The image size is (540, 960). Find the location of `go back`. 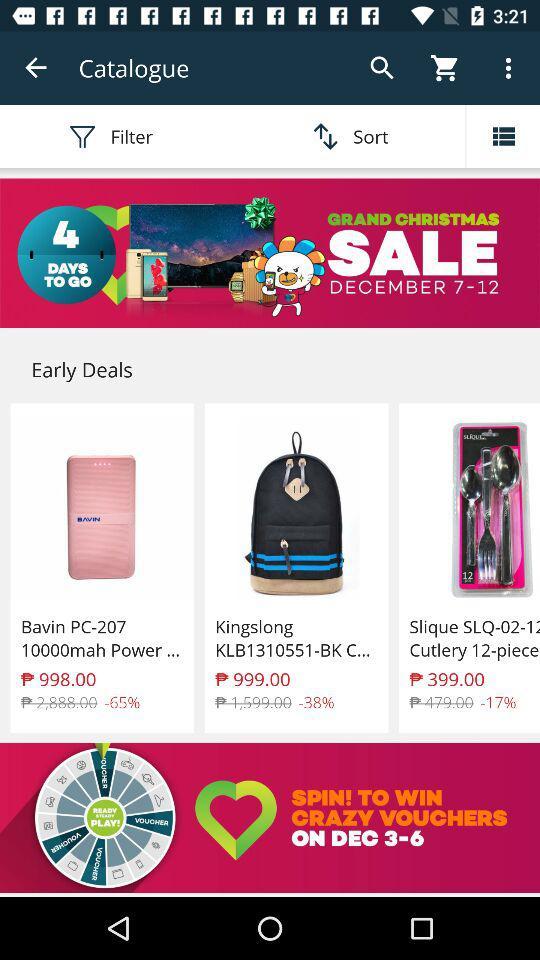

go back is located at coordinates (36, 68).